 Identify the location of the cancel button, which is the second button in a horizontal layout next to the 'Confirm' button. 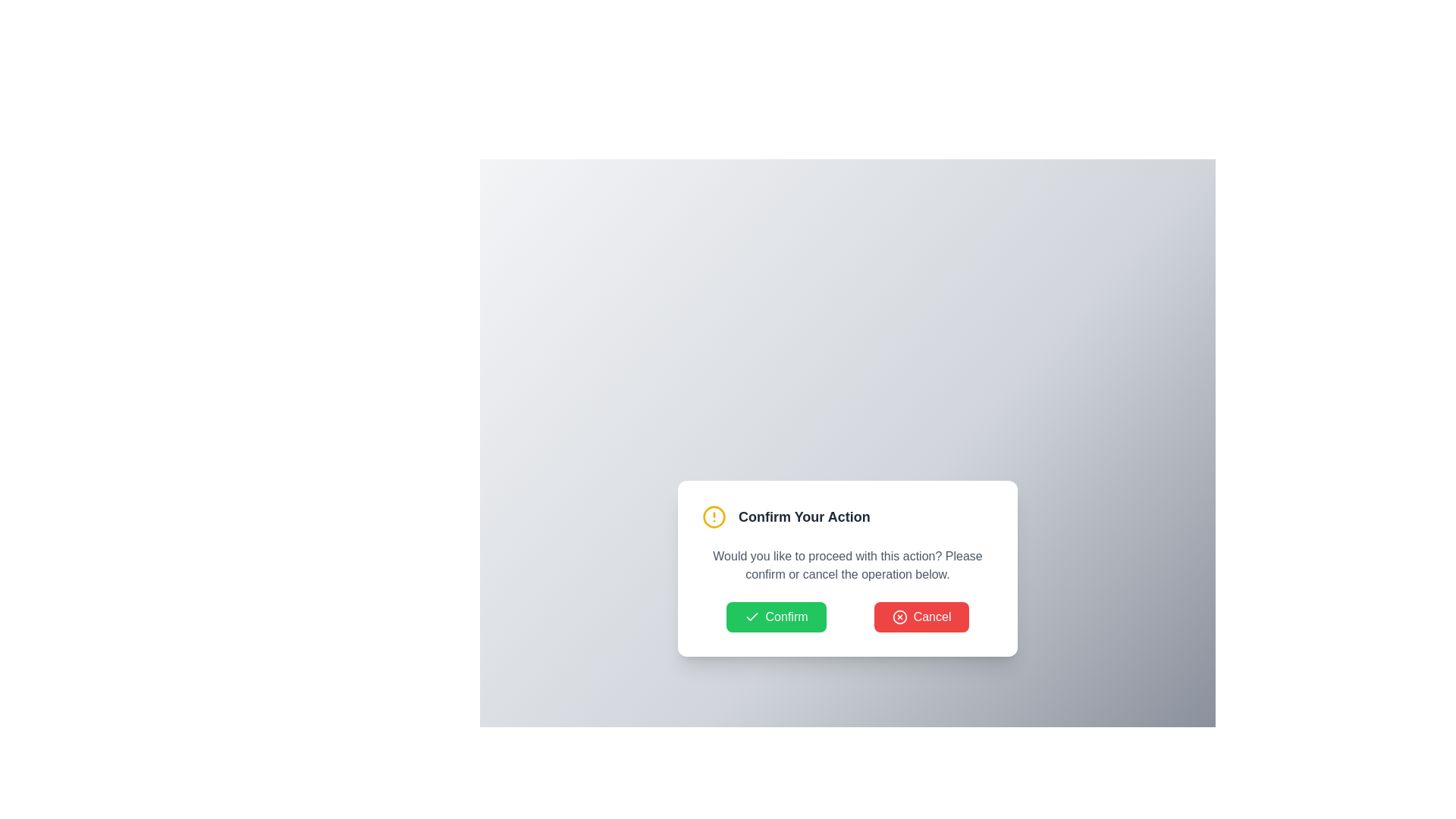
(921, 617).